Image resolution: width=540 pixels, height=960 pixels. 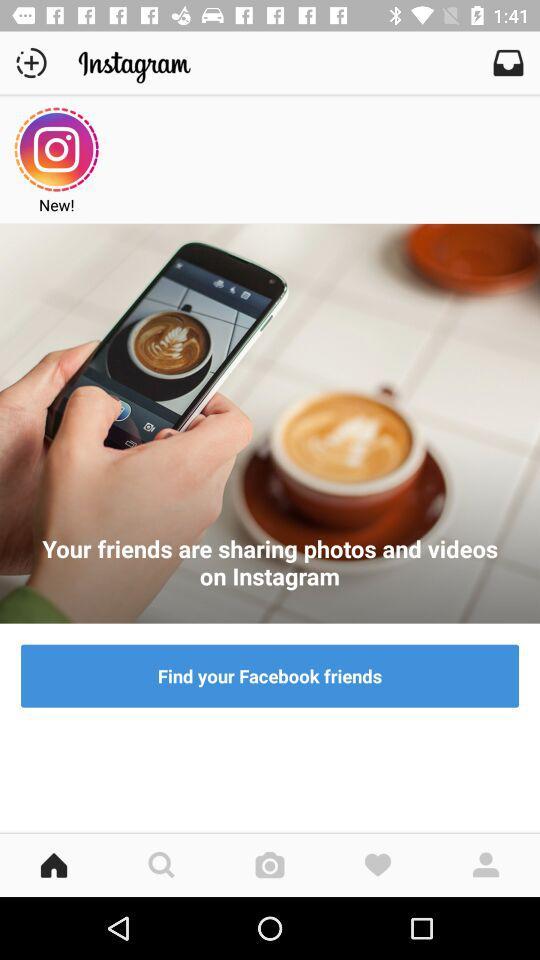 I want to click on the add icon, so click(x=30, y=62).